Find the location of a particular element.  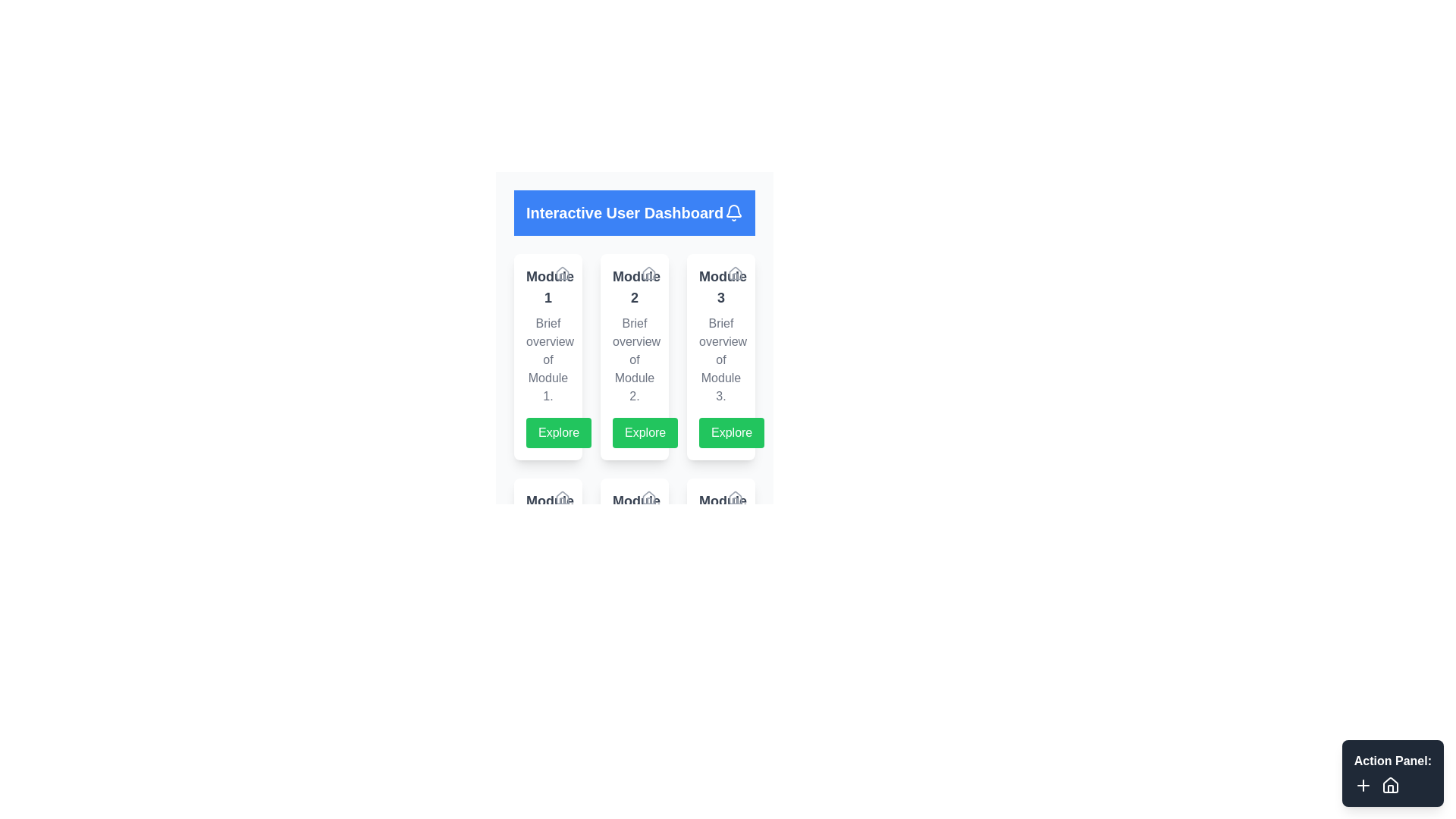

the home-shaped icon located in the top-right corner of the card for 'Module 3' is located at coordinates (735, 274).